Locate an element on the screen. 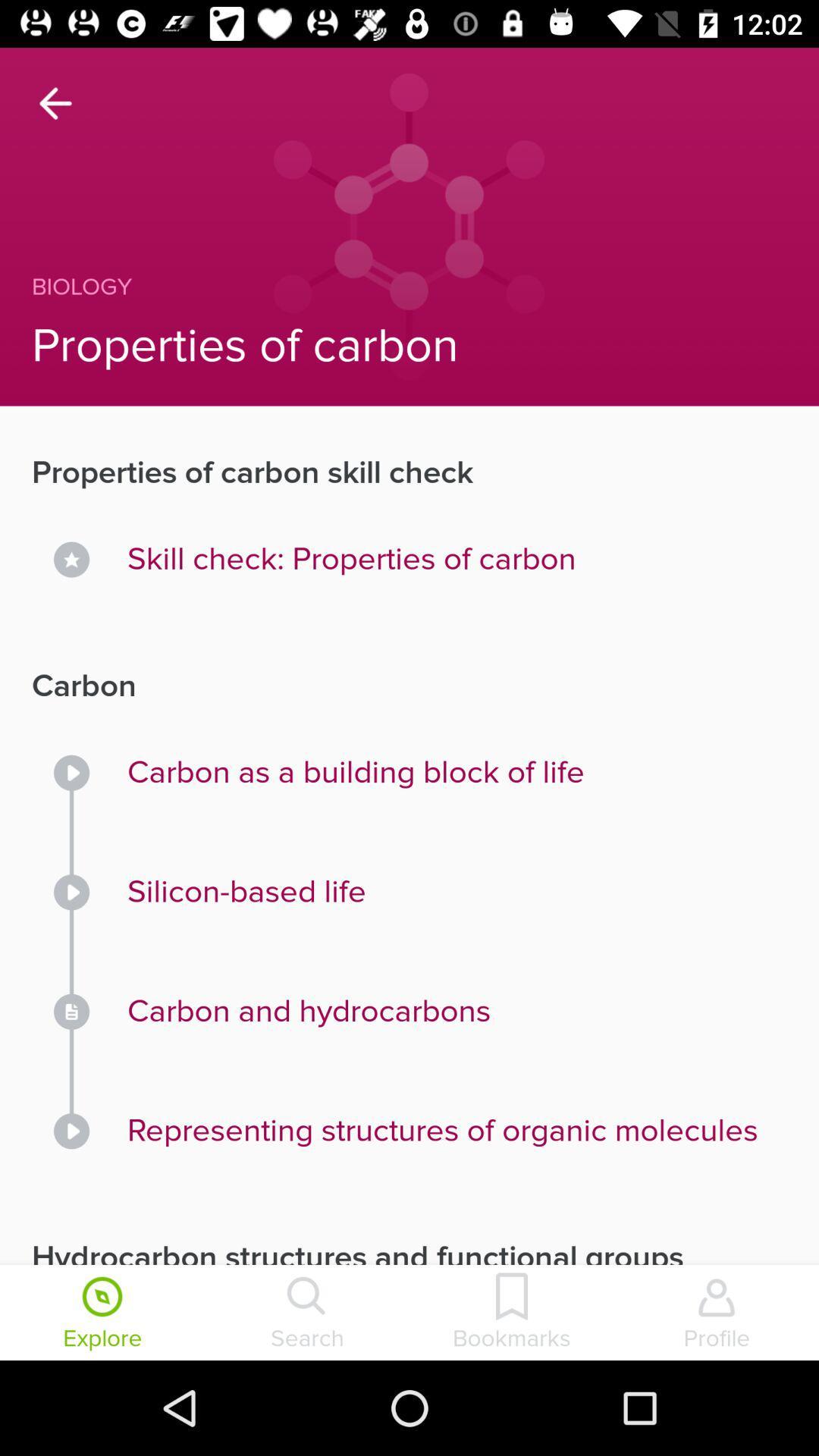 The height and width of the screenshot is (1456, 819). item to the left of the bookmarks is located at coordinates (307, 1313).